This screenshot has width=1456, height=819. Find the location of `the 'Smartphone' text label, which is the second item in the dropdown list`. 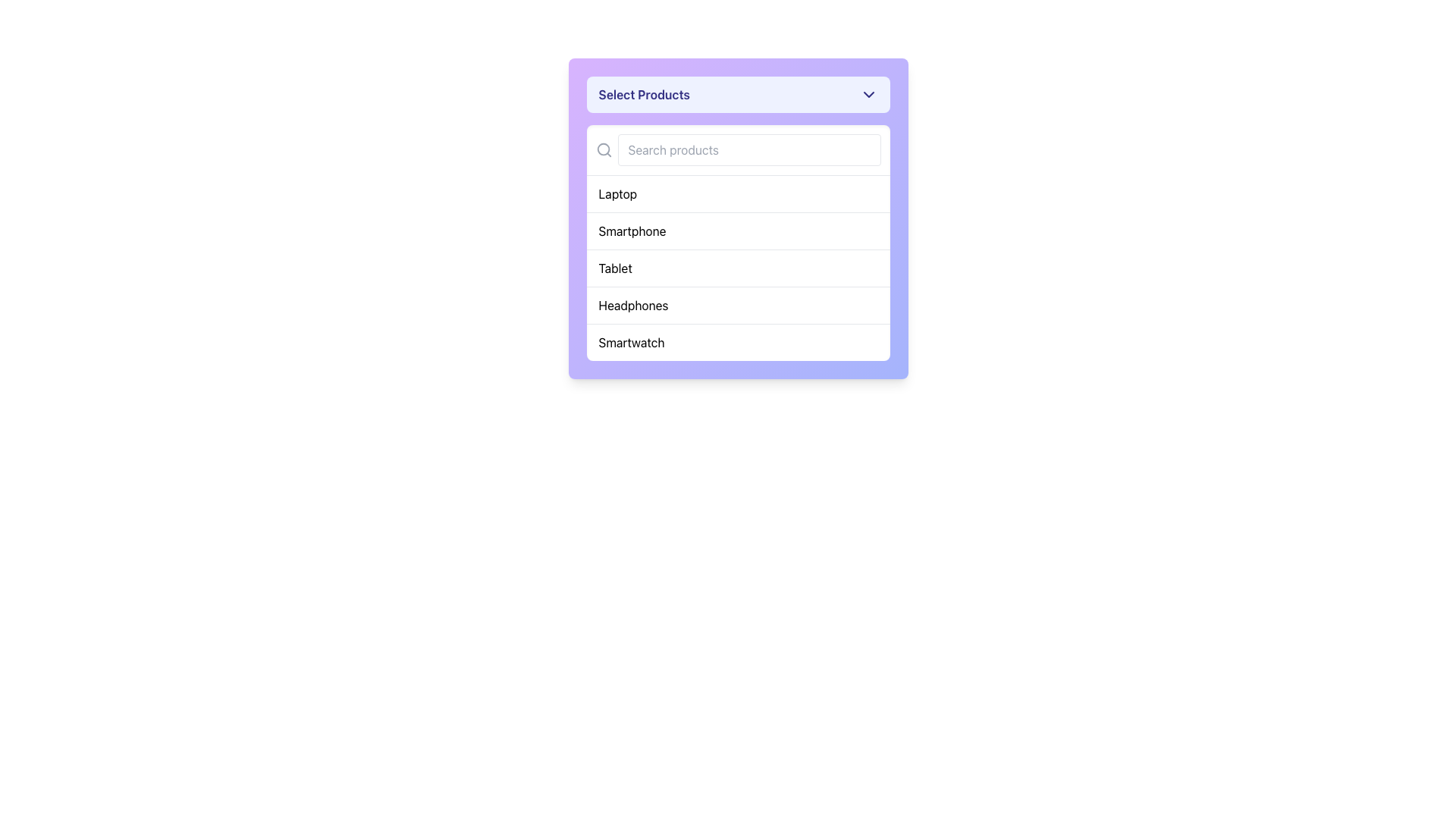

the 'Smartphone' text label, which is the second item in the dropdown list is located at coordinates (632, 231).